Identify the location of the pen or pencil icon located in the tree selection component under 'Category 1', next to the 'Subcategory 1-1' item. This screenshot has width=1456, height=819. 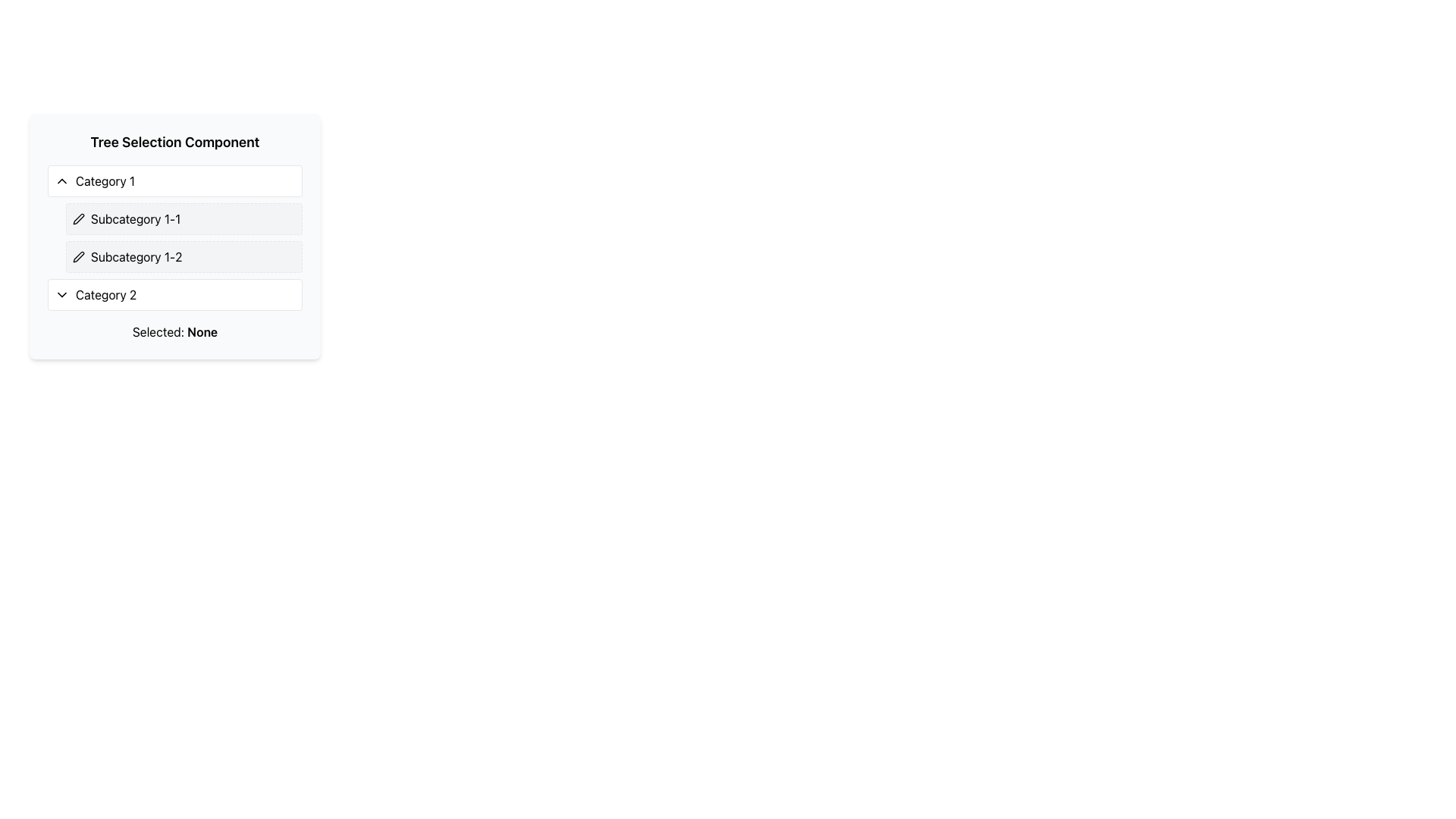
(78, 256).